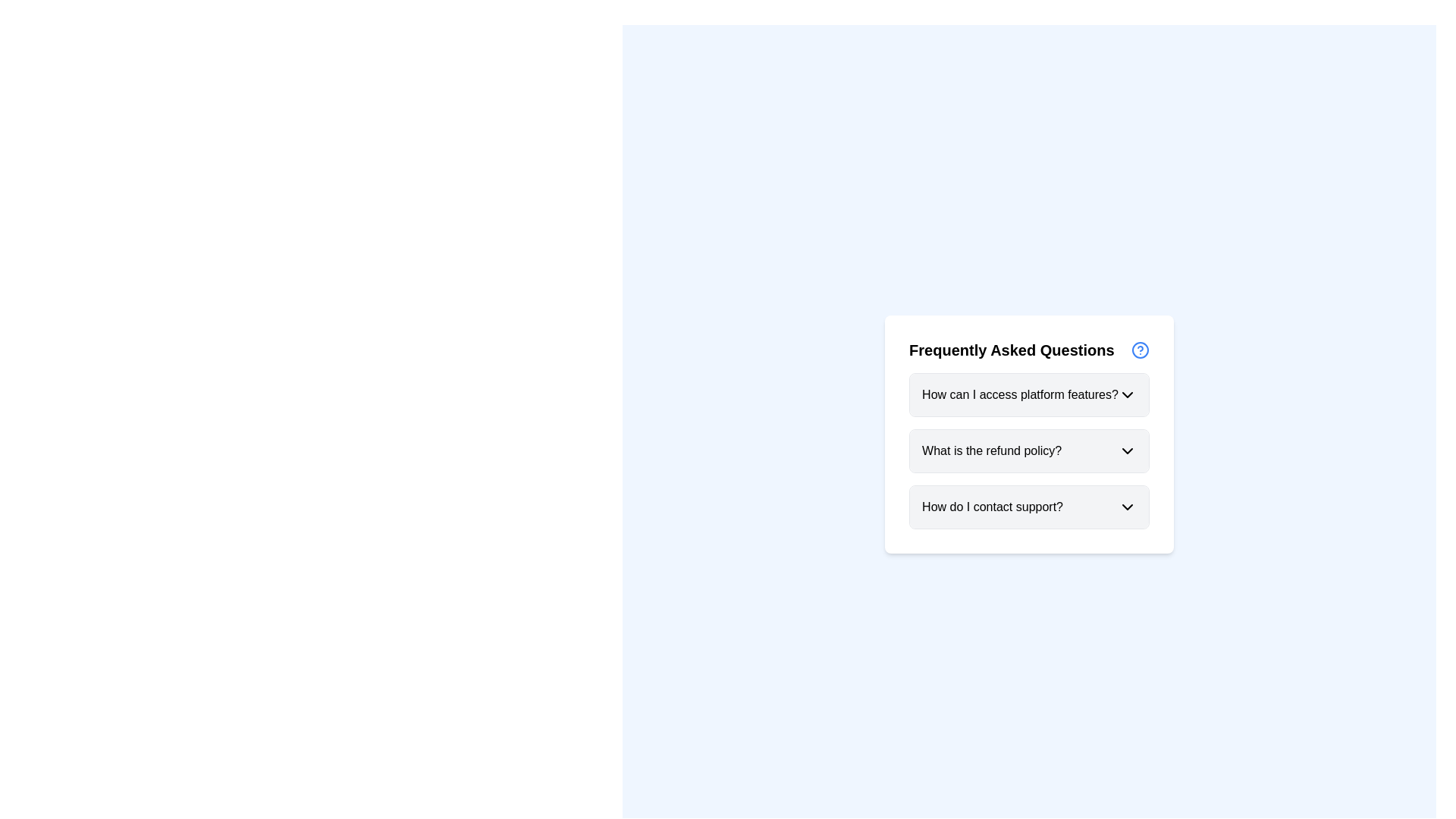 This screenshot has height=819, width=1456. I want to click on the third collapsible menu item under the 'Frequently Asked Questions' section, so click(1029, 507).